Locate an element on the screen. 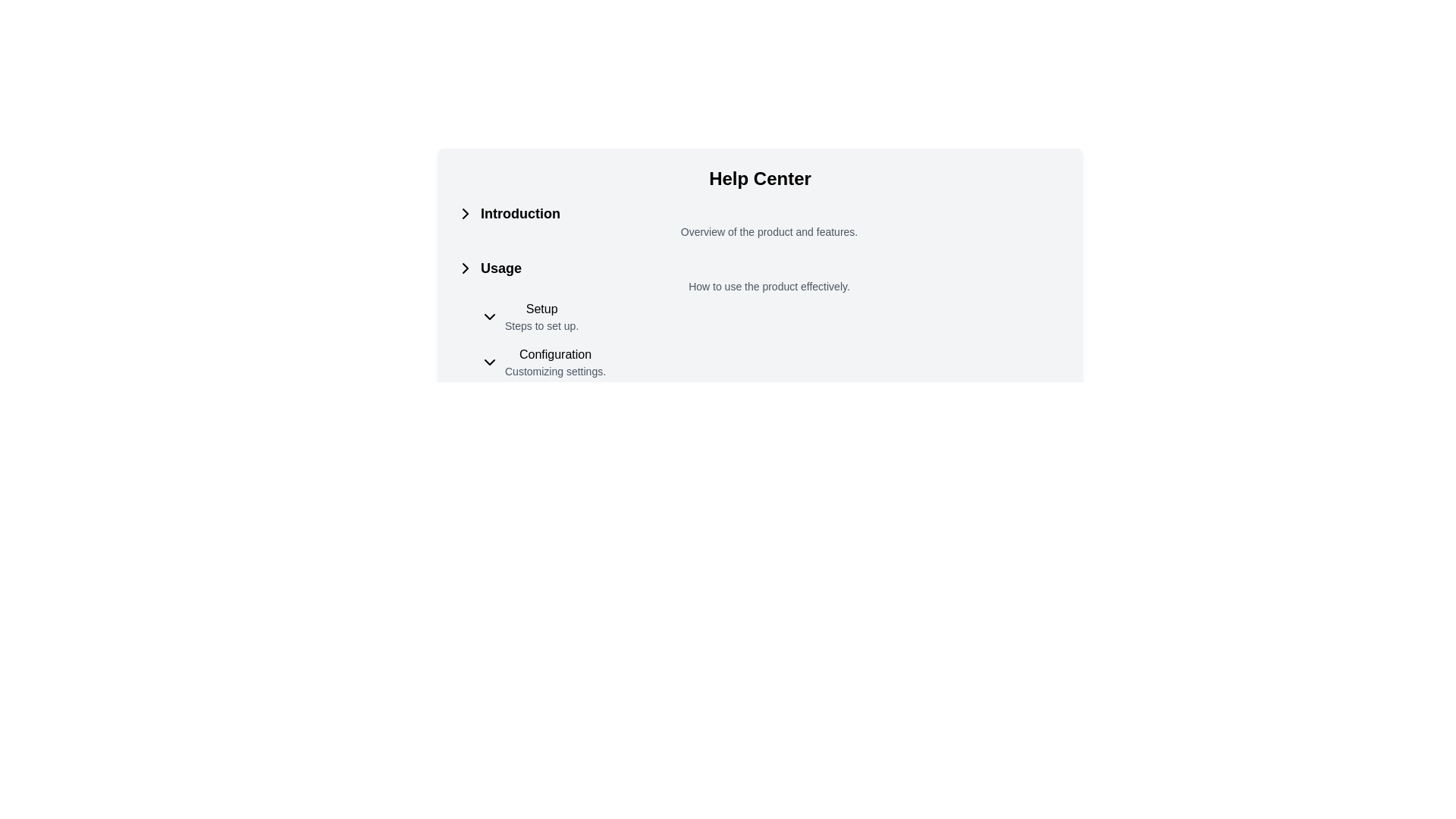 Image resolution: width=1456 pixels, height=819 pixels. the navigational label consisting of the heading 'Setup' and the subtitle 'Steps to set up.' located under the 'Usage' category is located at coordinates (541, 315).